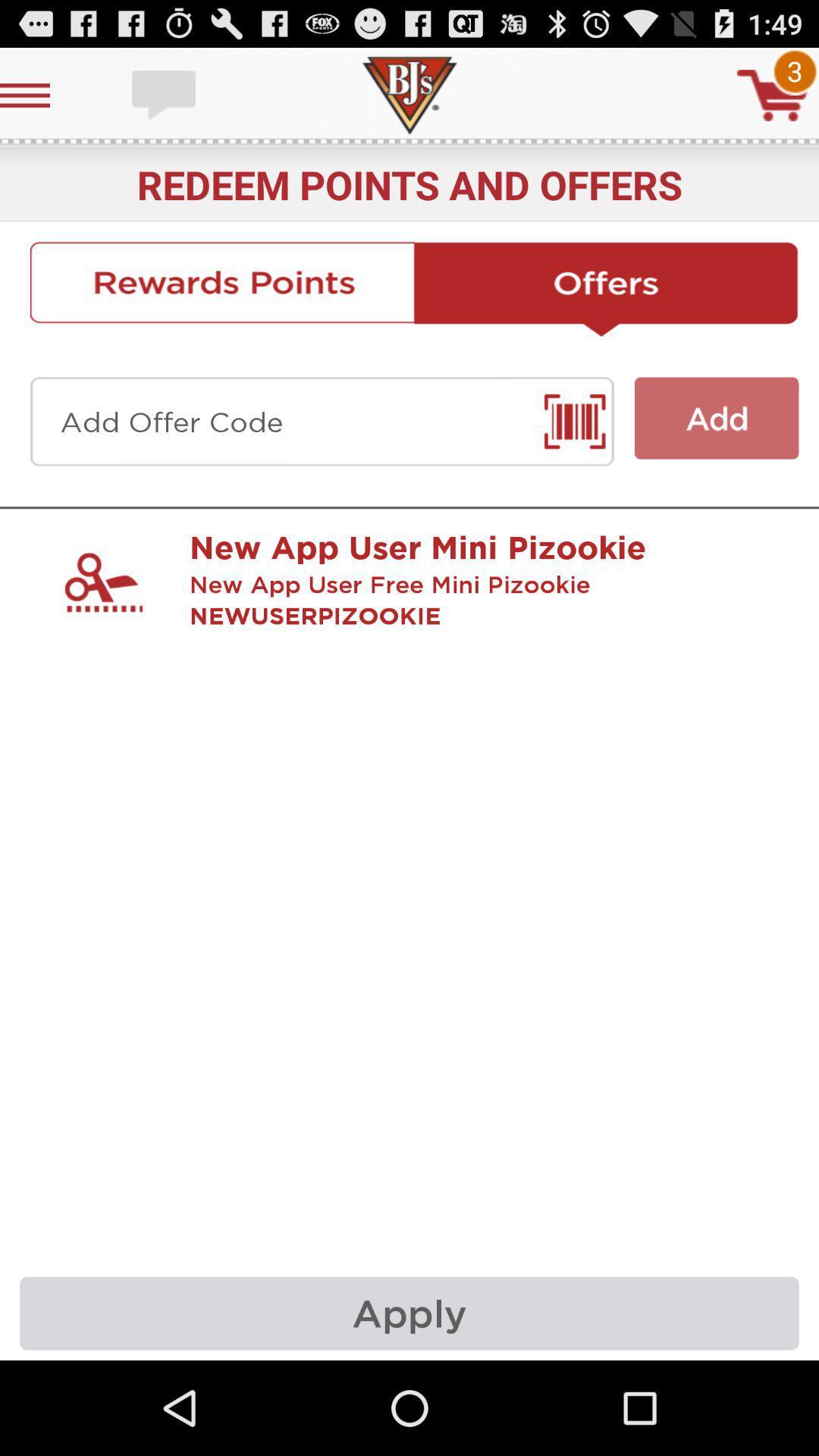 The image size is (819, 1456). What do you see at coordinates (773, 94) in the screenshot?
I see `buy` at bounding box center [773, 94].